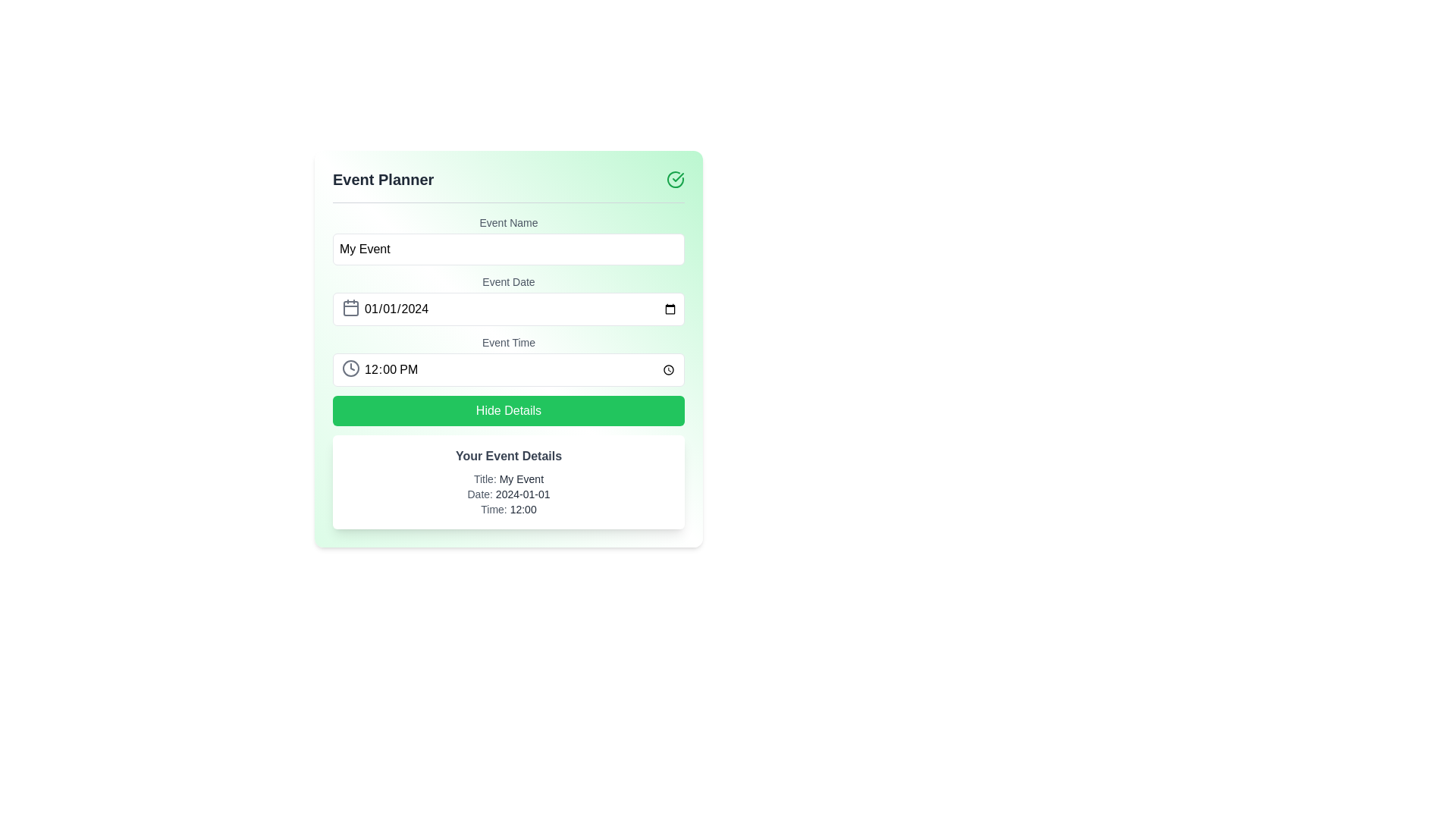 The height and width of the screenshot is (819, 1456). I want to click on the static text label indicating the event date input field, which is positioned in the top-left quadrant of the interface, serving as a descriptor for the adjacent date input field, so click(509, 281).